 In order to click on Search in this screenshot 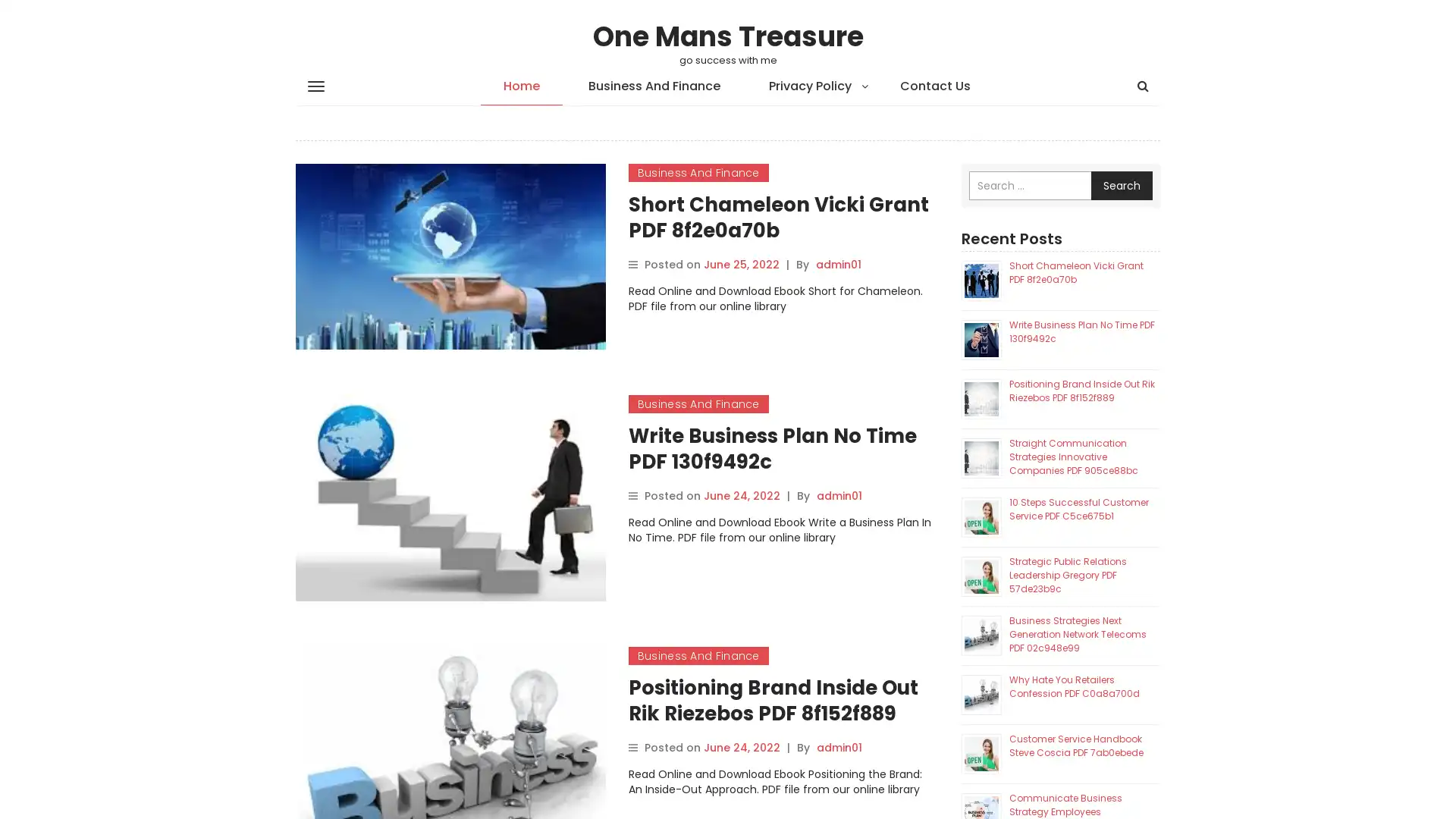, I will do `click(1122, 185)`.